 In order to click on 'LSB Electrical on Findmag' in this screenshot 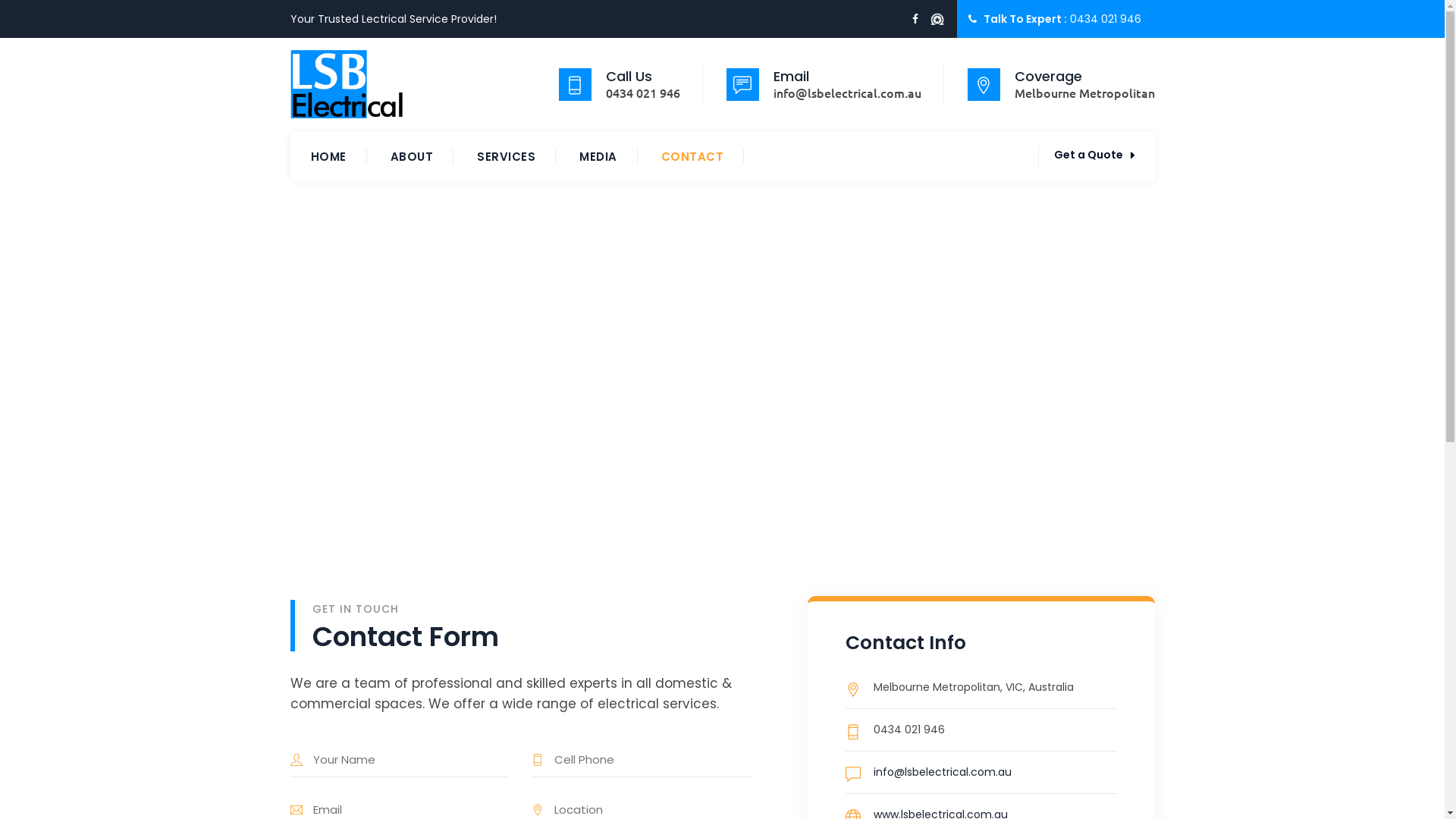, I will do `click(935, 20)`.